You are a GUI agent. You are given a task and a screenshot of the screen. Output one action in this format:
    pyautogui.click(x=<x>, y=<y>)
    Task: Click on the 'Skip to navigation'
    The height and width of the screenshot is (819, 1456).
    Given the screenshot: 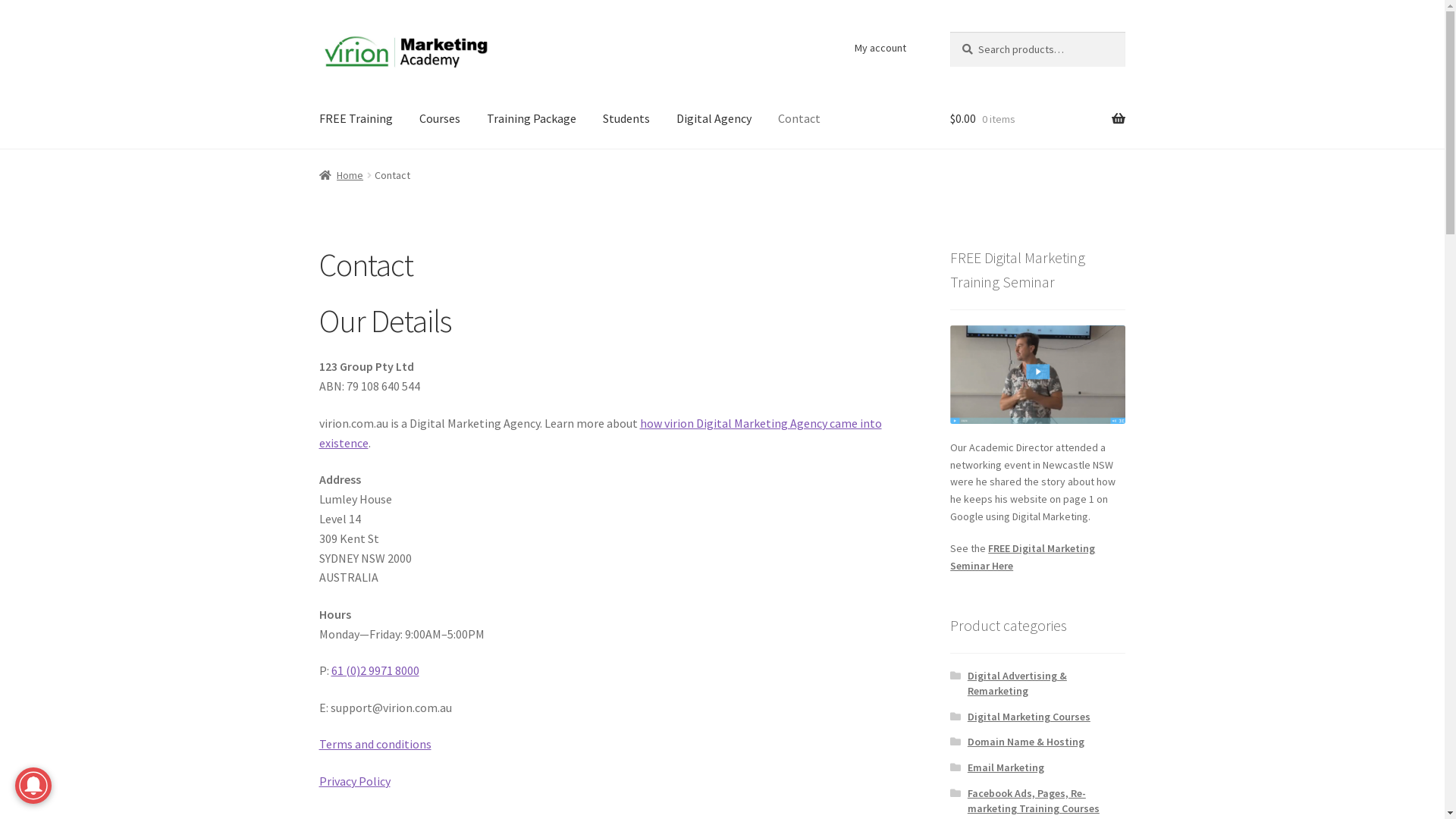 What is the action you would take?
    pyautogui.click(x=318, y=31)
    